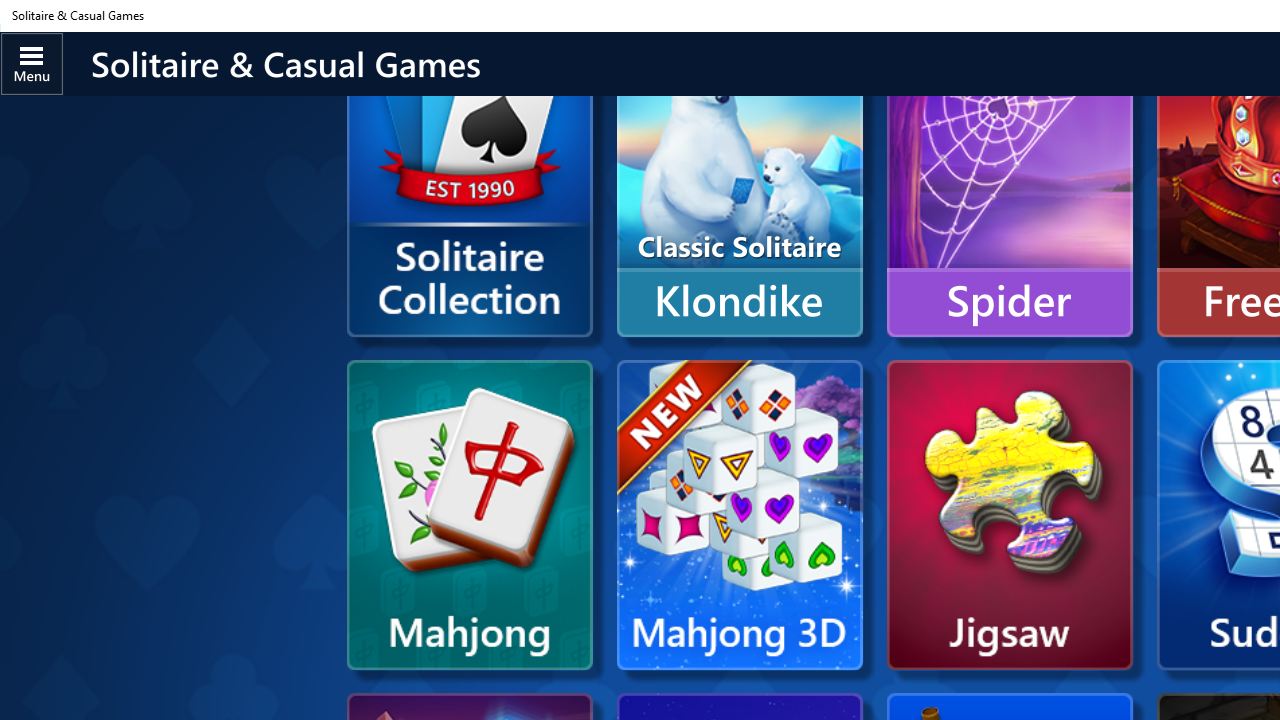 This screenshot has width=1280, height=720. I want to click on 'Microsoft Mahjong', so click(468, 514).